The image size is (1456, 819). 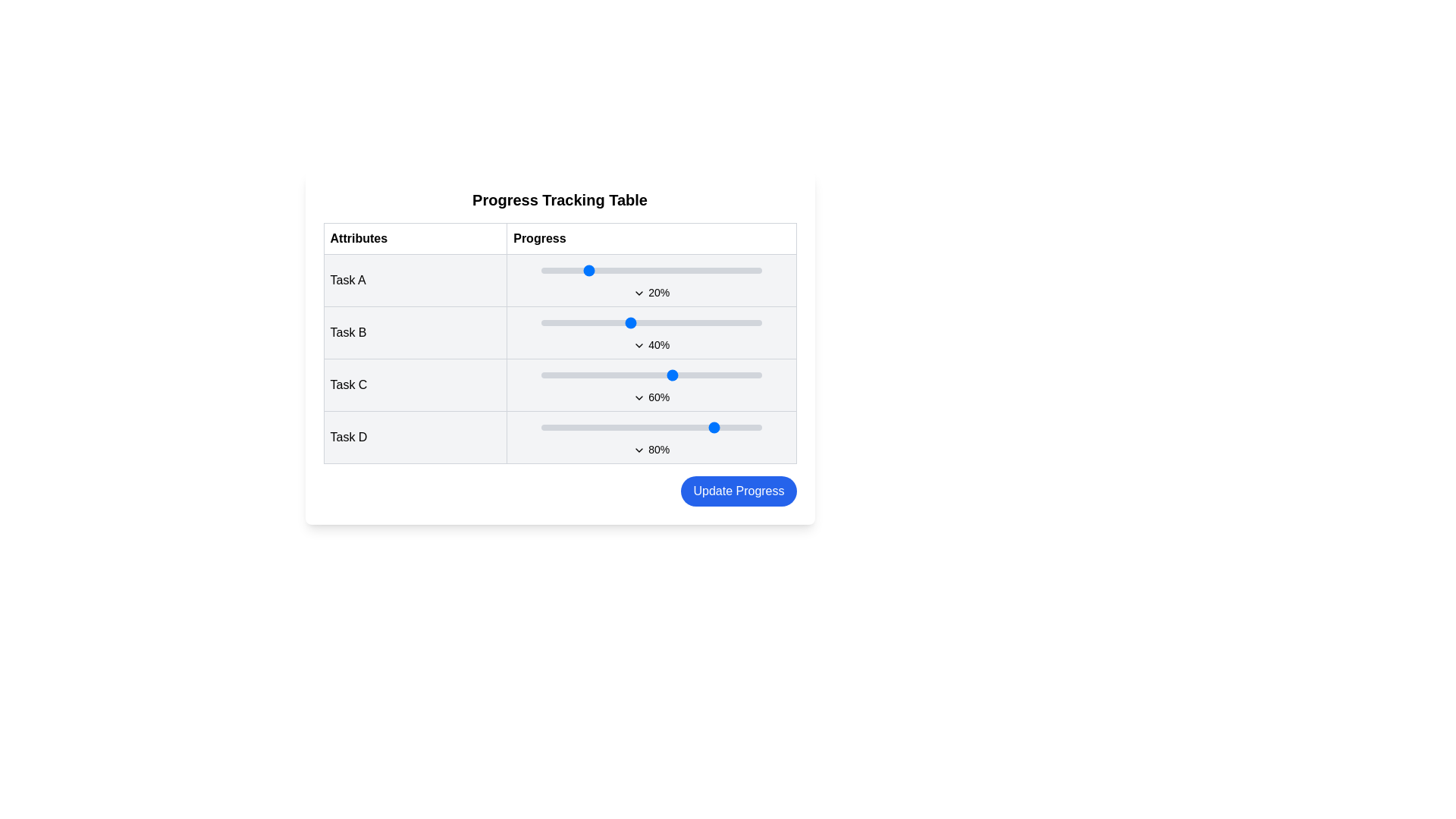 I want to click on progress for Task D, so click(x=600, y=427).